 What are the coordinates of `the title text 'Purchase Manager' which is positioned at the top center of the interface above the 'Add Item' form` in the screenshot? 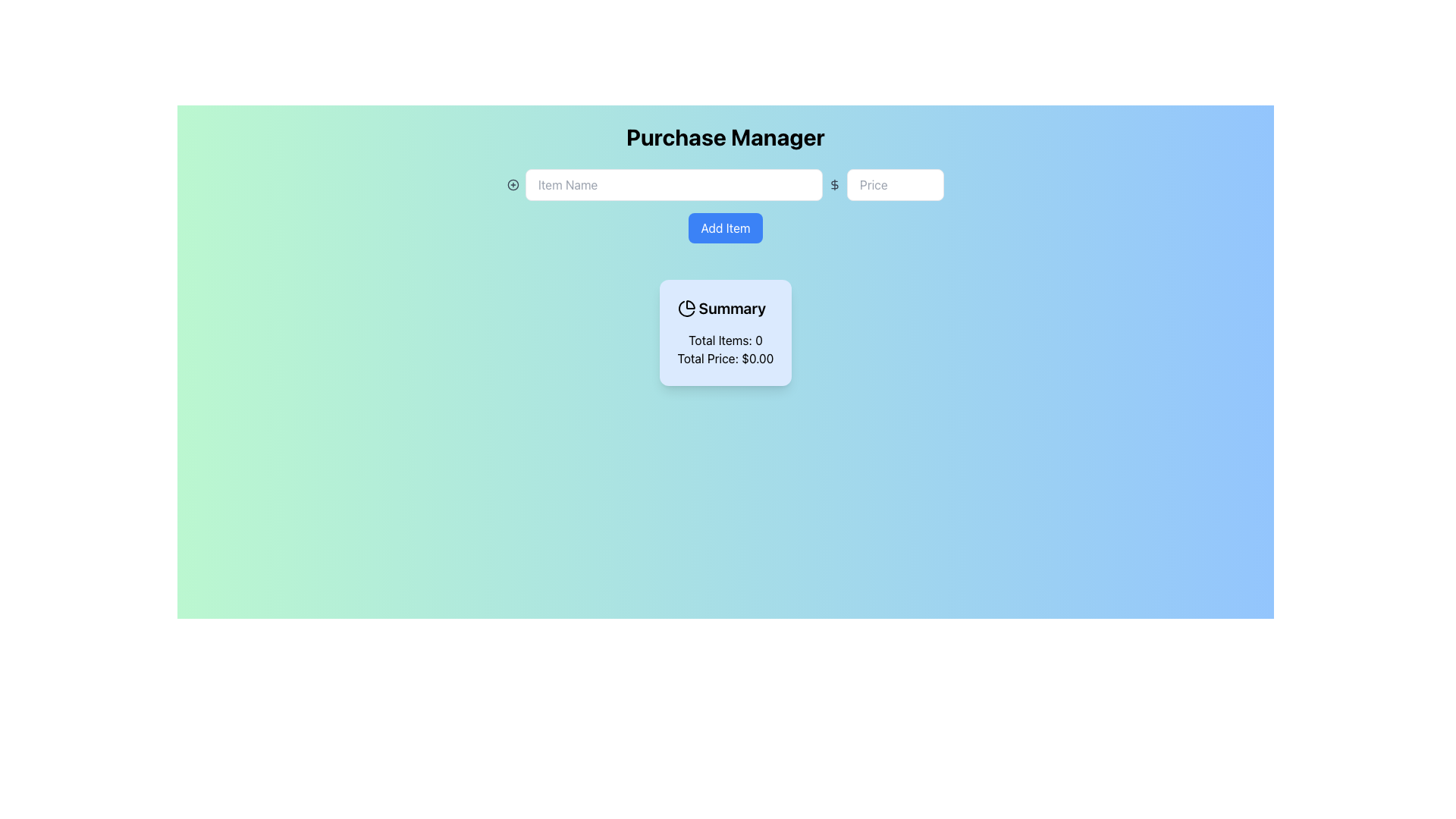 It's located at (724, 137).